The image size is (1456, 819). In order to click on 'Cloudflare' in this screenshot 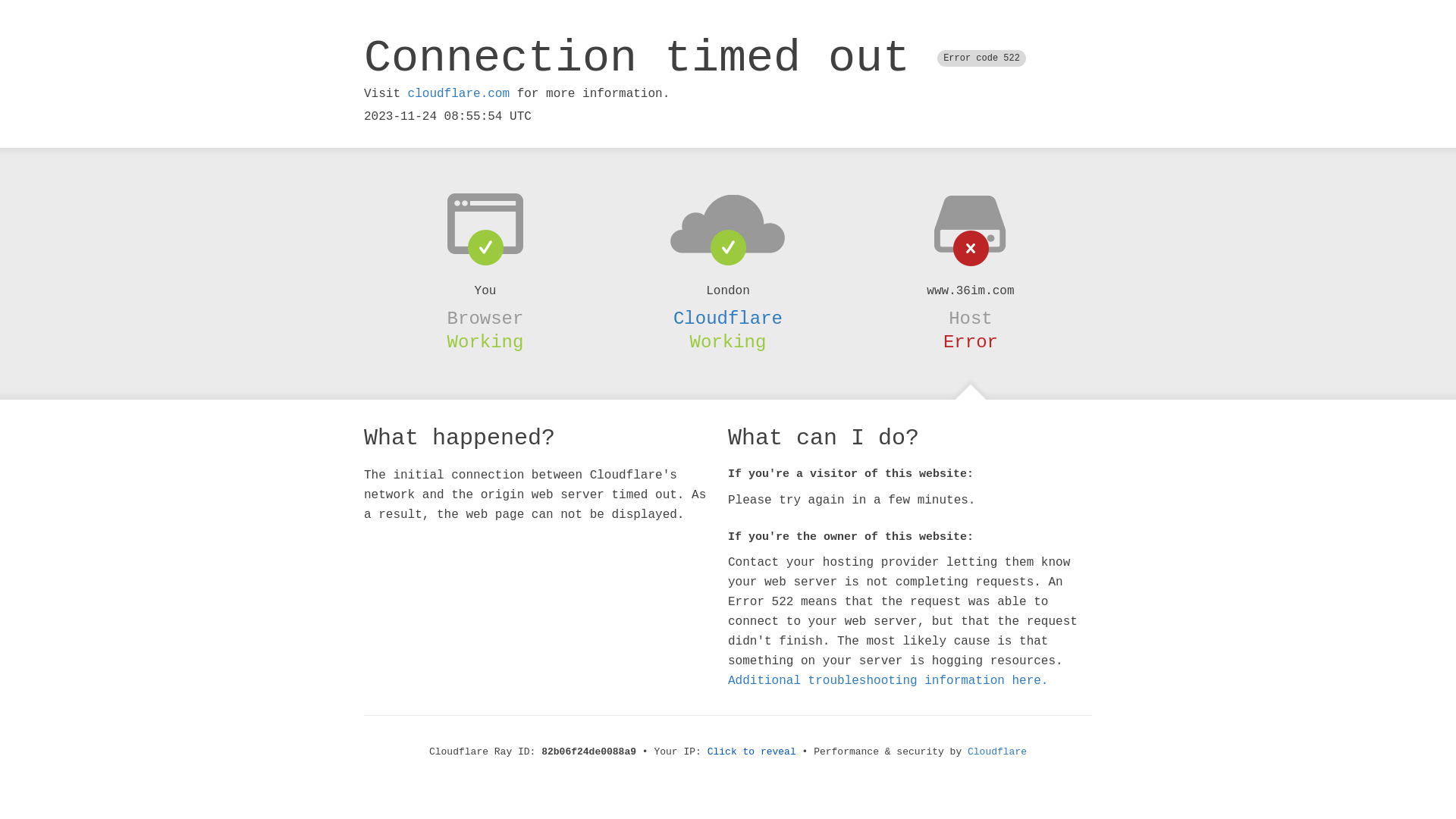, I will do `click(673, 318)`.